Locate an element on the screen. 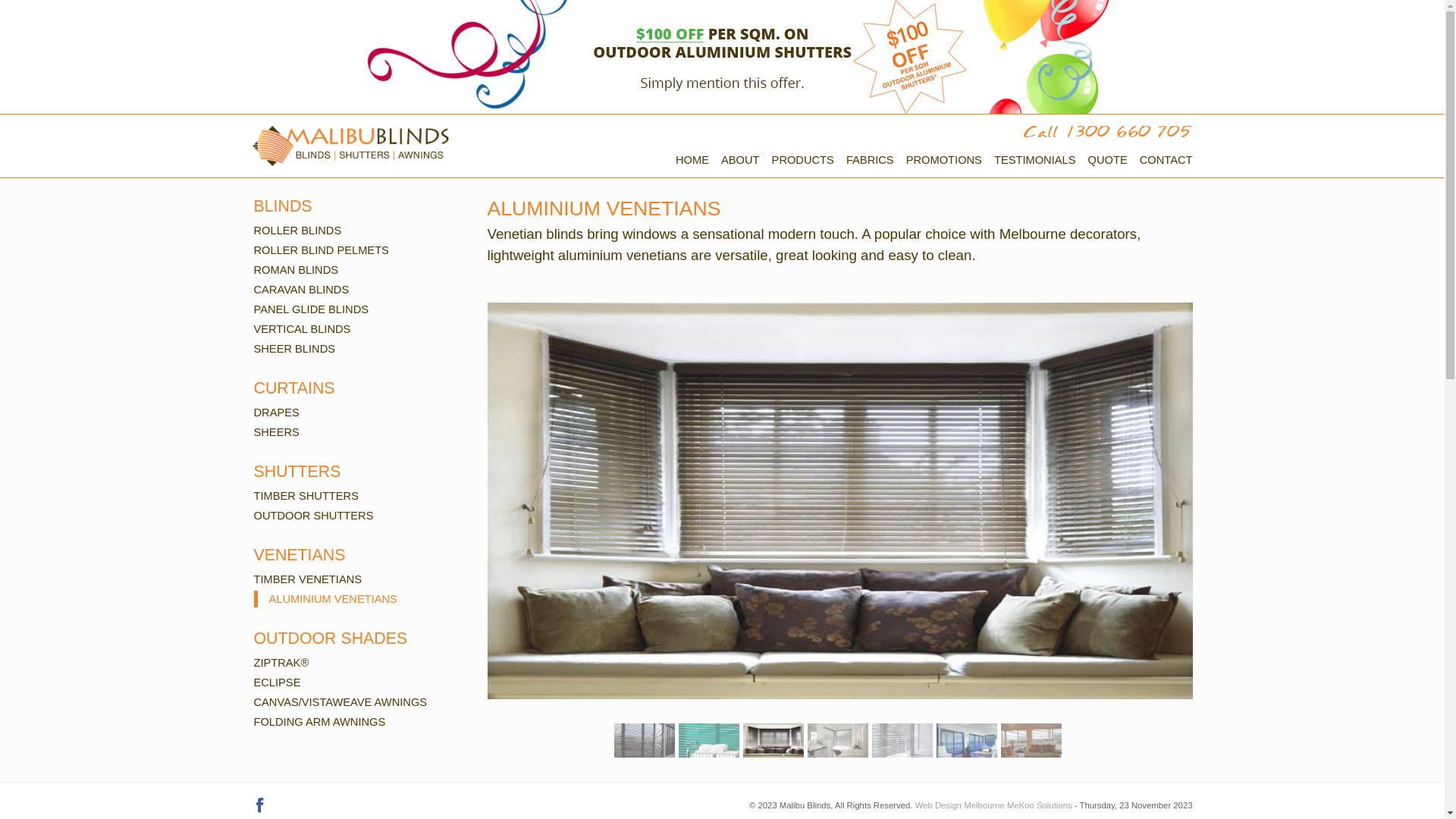 This screenshot has width=1456, height=819. 'SHEER BLINDS' is located at coordinates (359, 348).